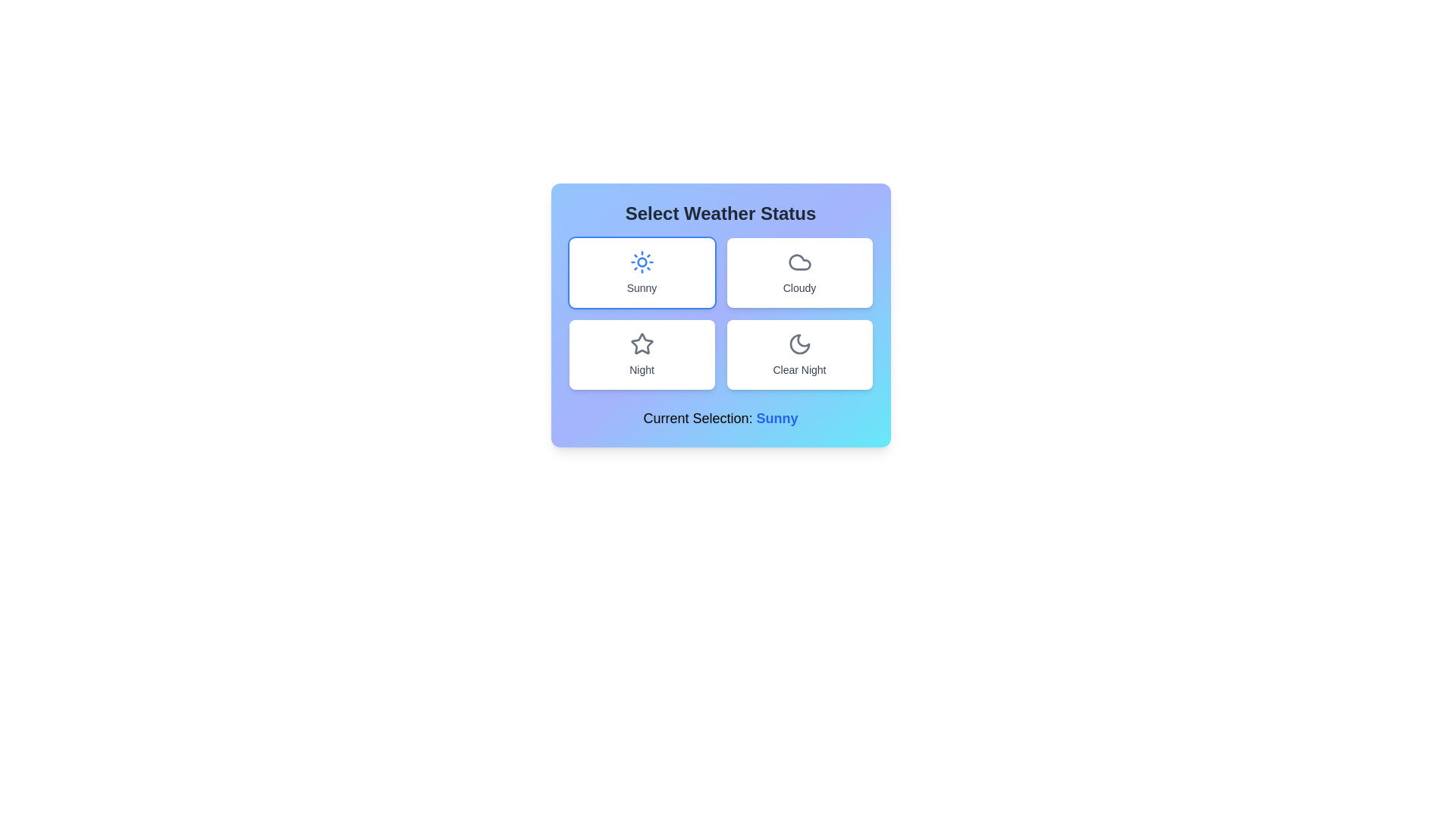  Describe the element at coordinates (642, 271) in the screenshot. I see `the interactive selection card representing the 'Sunny' weather option located in the top-left position of the grid layout` at that location.